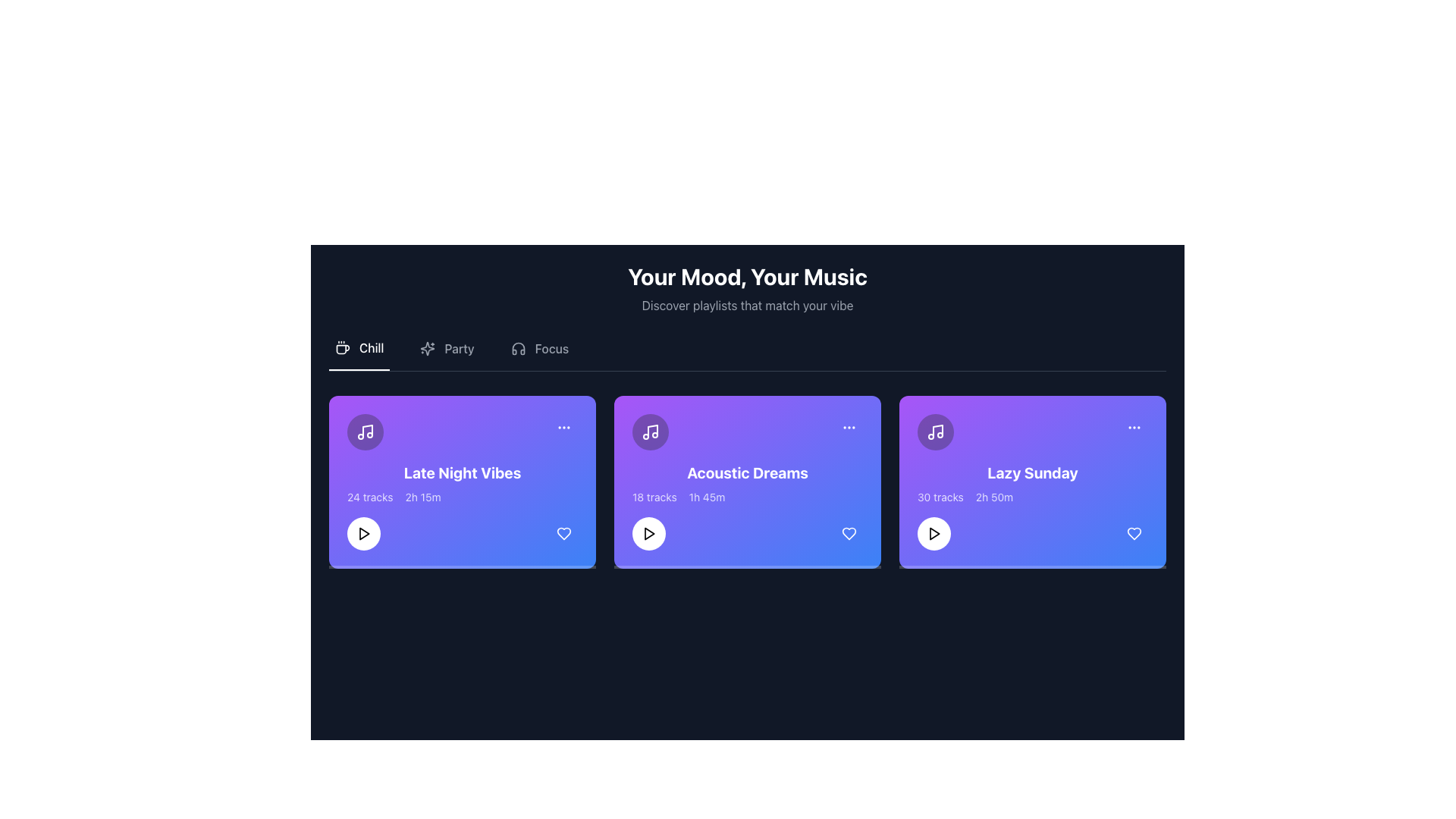 The image size is (1456, 819). What do you see at coordinates (341, 348) in the screenshot?
I see `the design aesthetics of the 'Chill' icon, which is the first element in the header group titled 'Chill', located to the left of the text 'Chill' in the navigation bar` at bounding box center [341, 348].